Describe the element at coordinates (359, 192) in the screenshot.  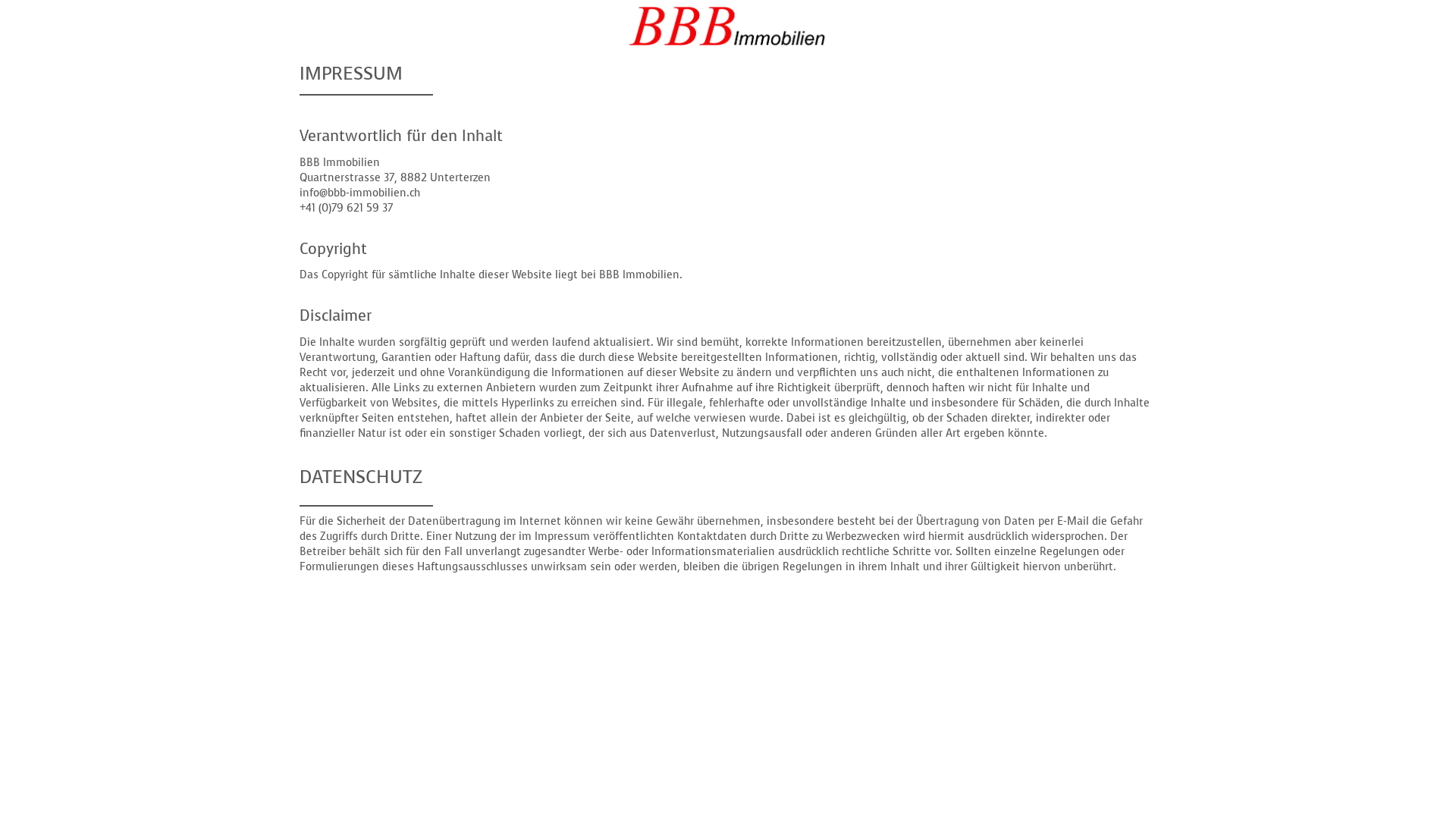
I see `'info@bbb-immobilien.ch'` at that location.